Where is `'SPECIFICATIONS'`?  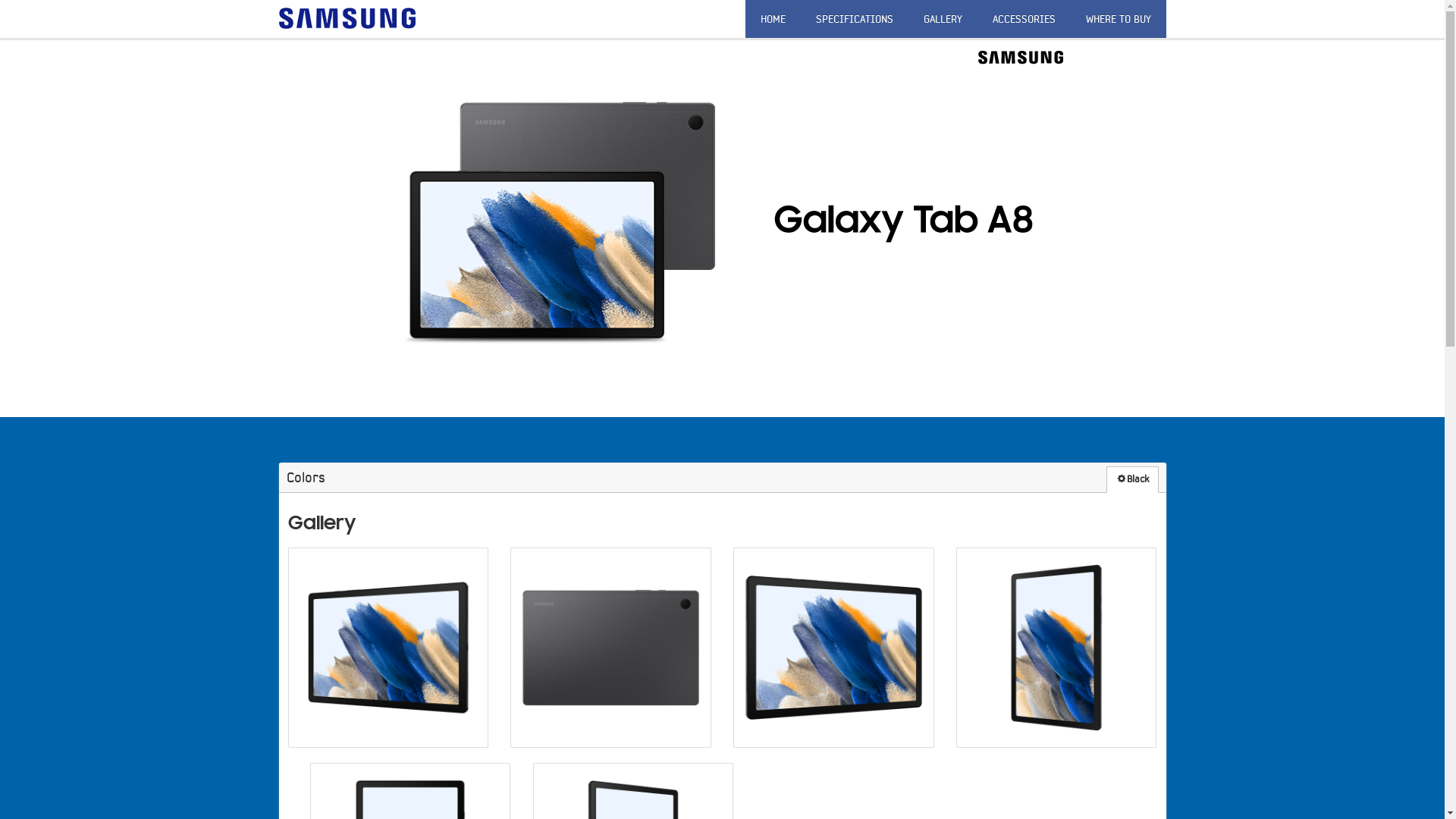 'SPECIFICATIONS' is located at coordinates (855, 18).